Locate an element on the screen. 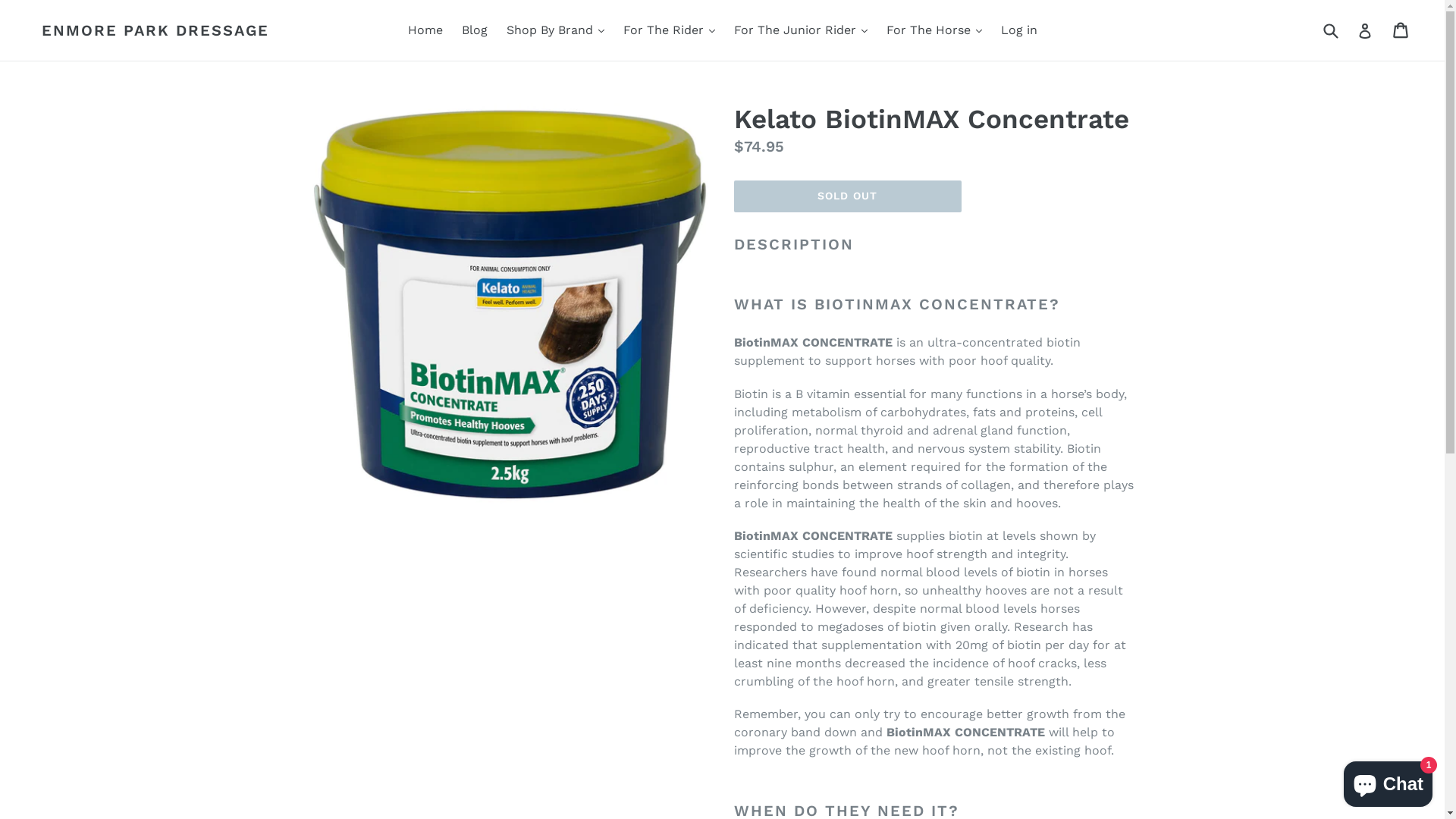 The height and width of the screenshot is (819, 1456). 'SOLD OUT' is located at coordinates (847, 195).